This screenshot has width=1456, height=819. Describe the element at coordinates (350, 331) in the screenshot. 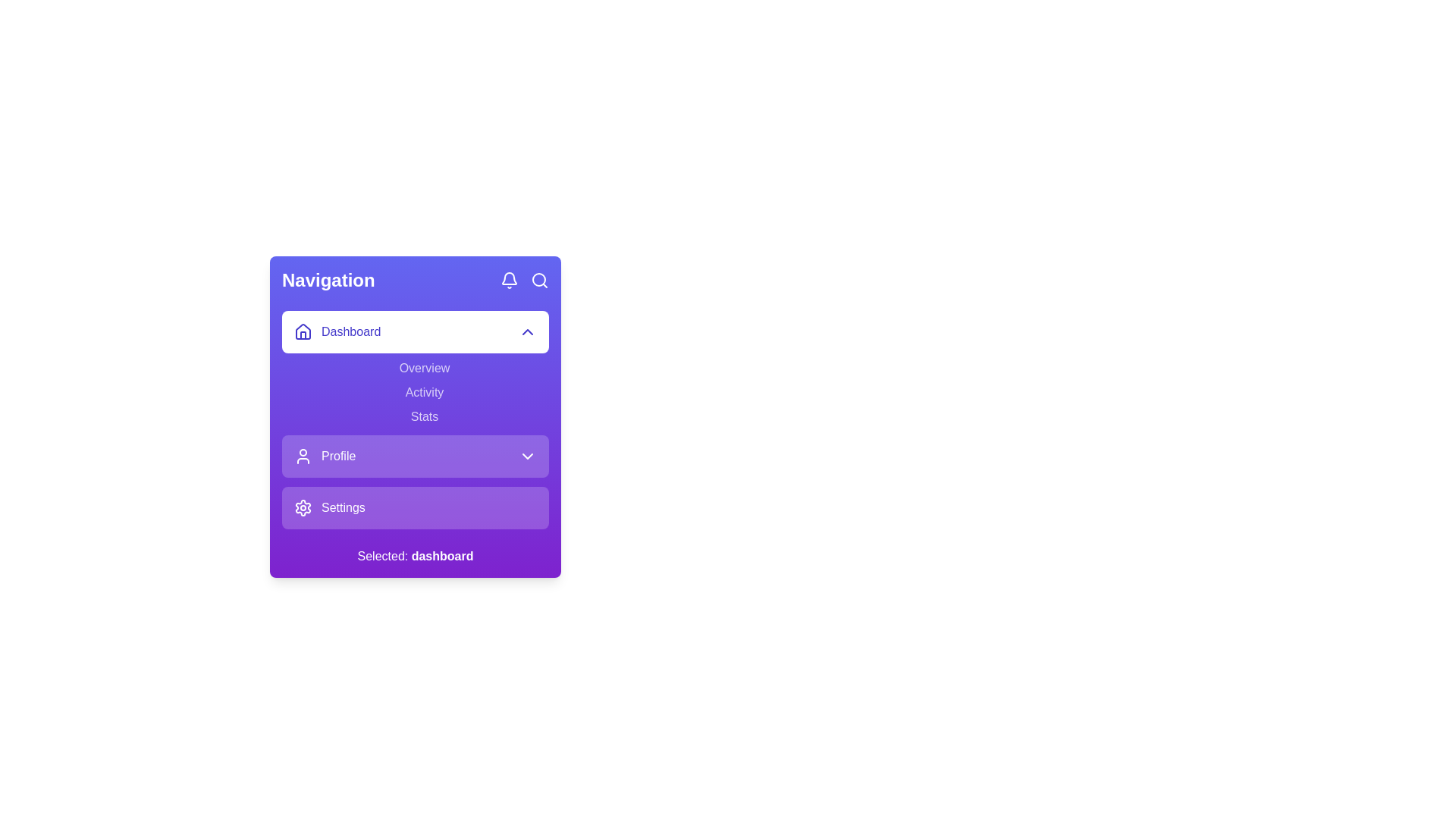

I see `the 'Dashboard' text label in the navigation component` at that location.